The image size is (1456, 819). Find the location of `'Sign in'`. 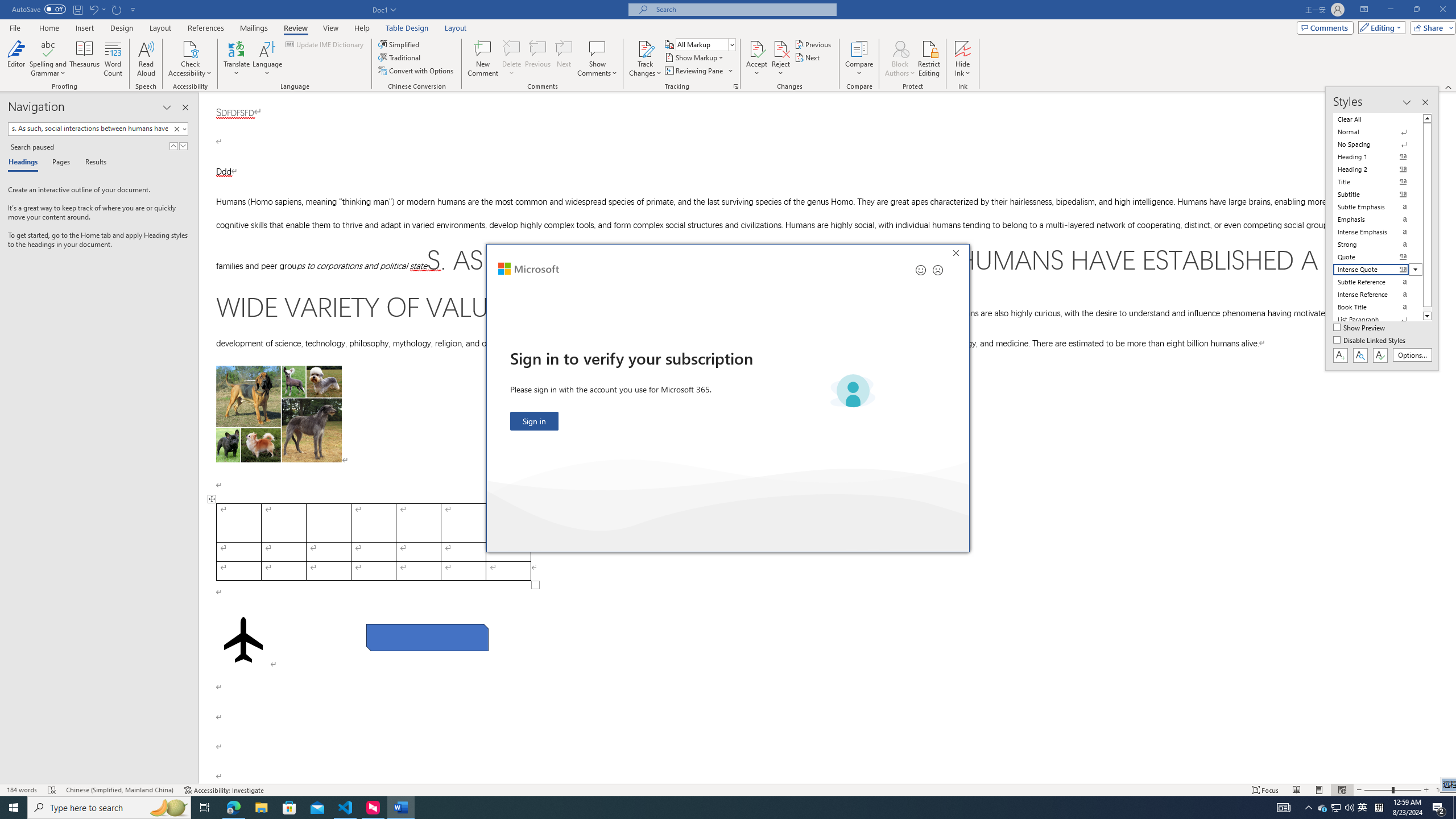

'Sign in' is located at coordinates (533, 420).